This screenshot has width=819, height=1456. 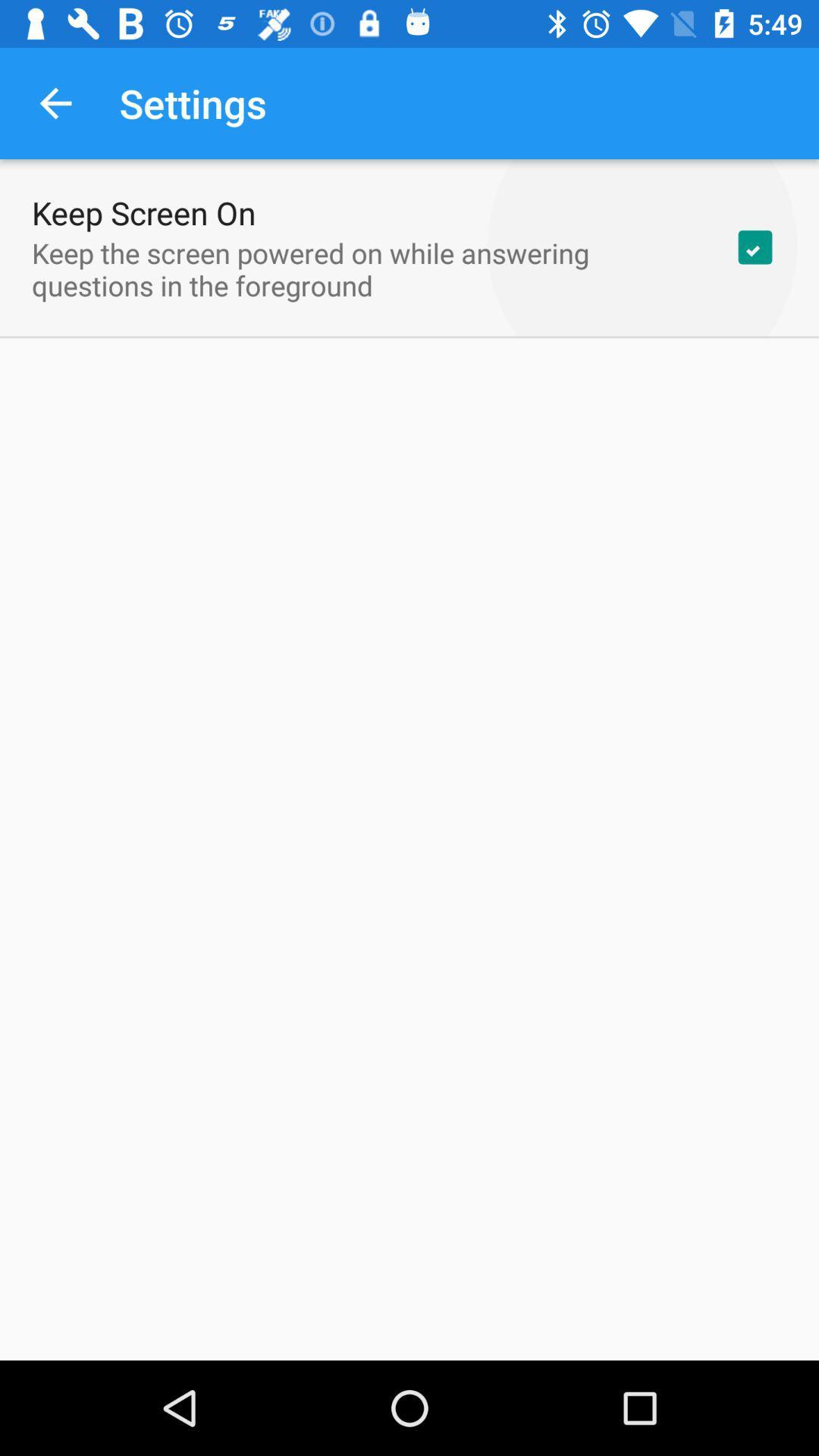 What do you see at coordinates (755, 247) in the screenshot?
I see `icon at the top right corner` at bounding box center [755, 247].